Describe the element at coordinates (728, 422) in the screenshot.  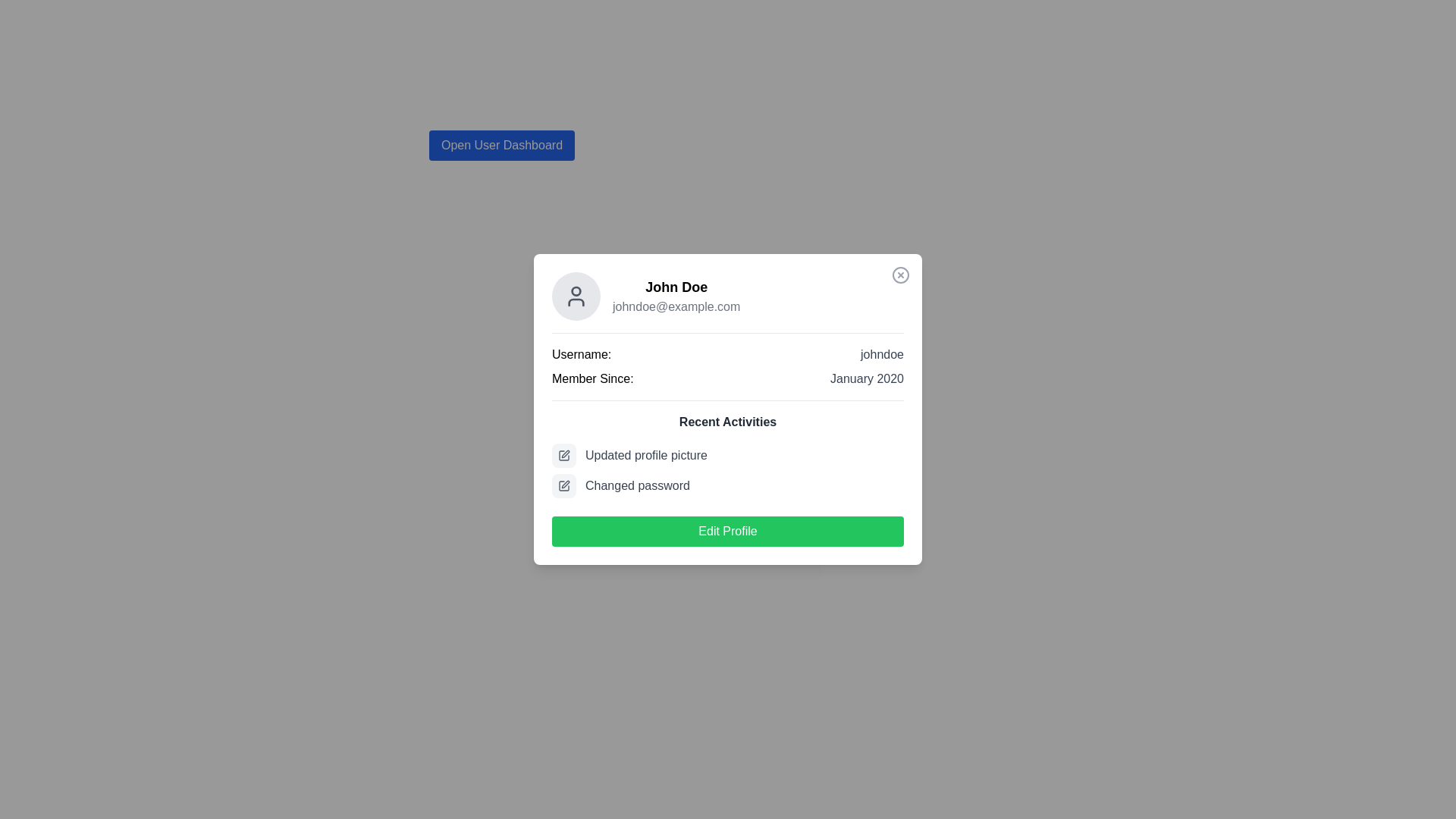
I see `the static text label displaying 'Recent Activities', which is styled in bold dark gray and positioned centrally above the list of recent activities` at that location.